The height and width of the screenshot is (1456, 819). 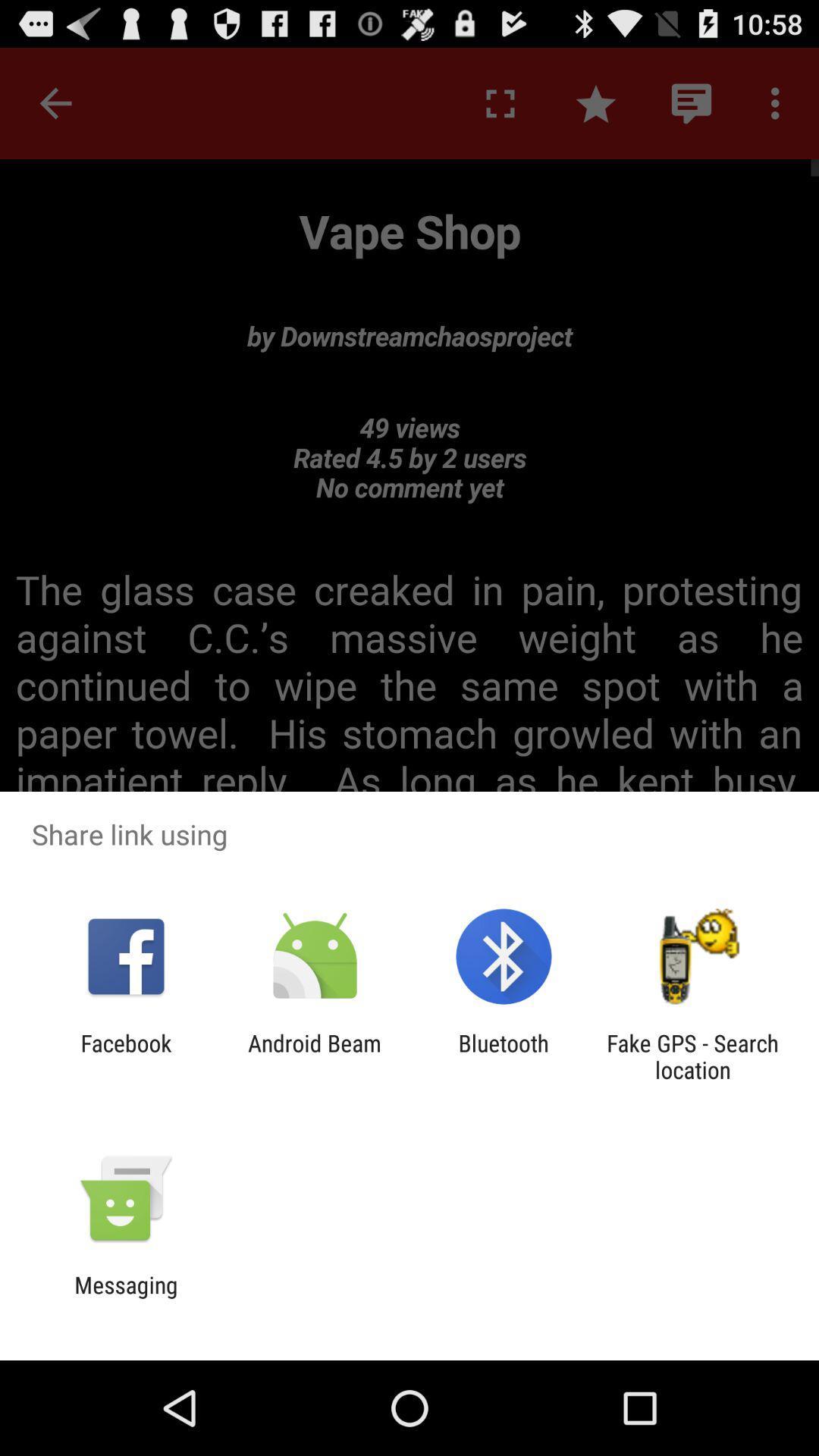 I want to click on the app to the left of android beam, so click(x=125, y=1056).